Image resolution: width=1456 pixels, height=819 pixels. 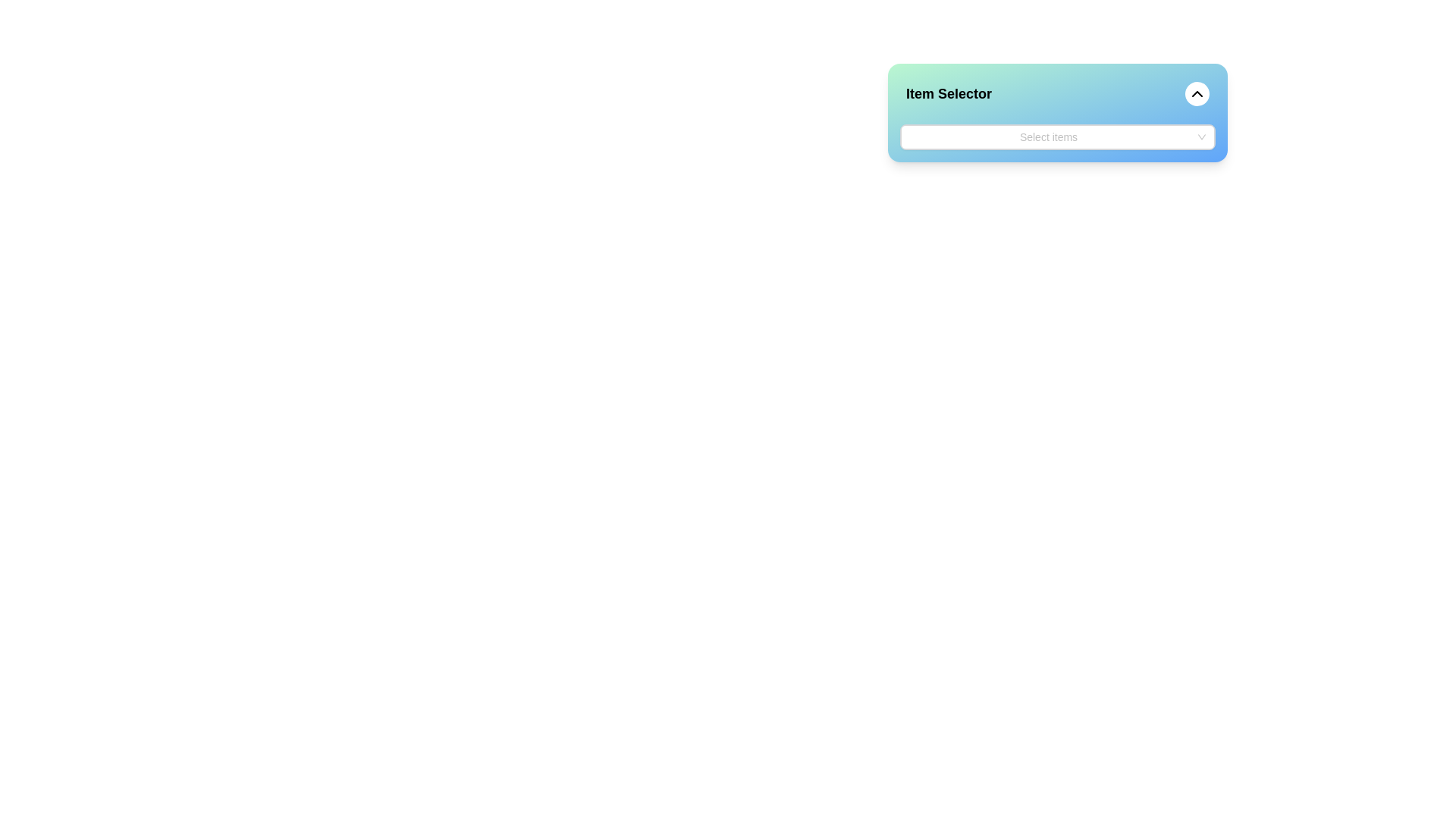 What do you see at coordinates (1057, 137) in the screenshot?
I see `the Dropdown menu located below the header 'Item Selector'` at bounding box center [1057, 137].